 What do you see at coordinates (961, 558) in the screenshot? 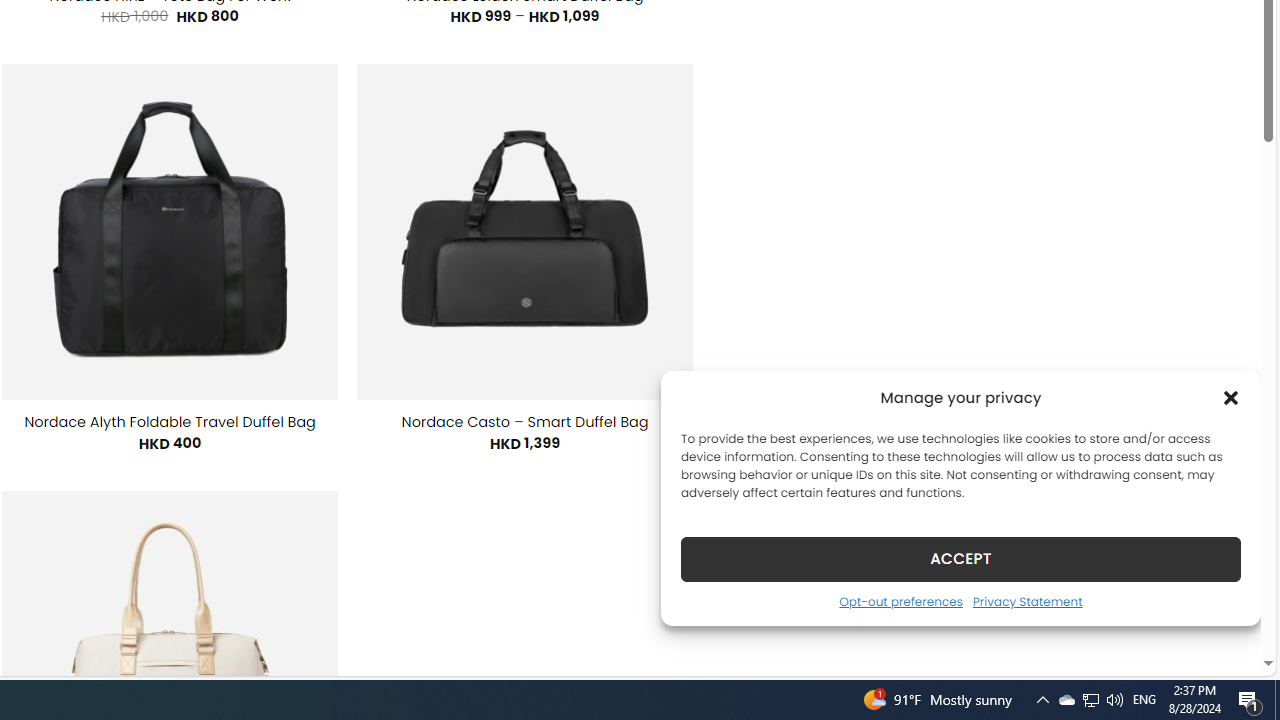
I see `'ACCEPT'` at bounding box center [961, 558].